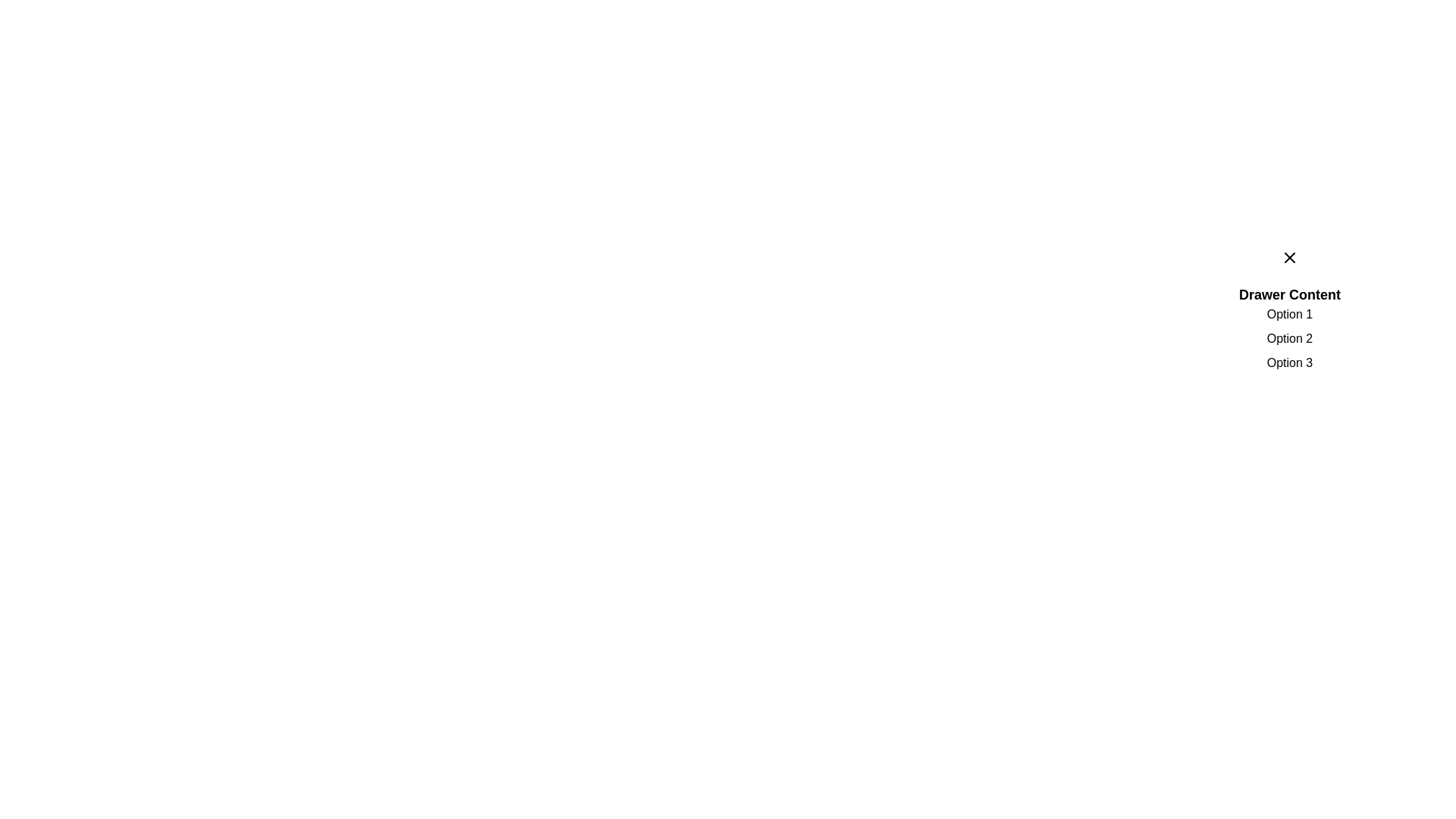  Describe the element at coordinates (1288, 314) in the screenshot. I see `the actionable button labeled 'Option 1' located at the top-right quadrant of the interface, above 'Option 2' and 'Option 3'` at that location.